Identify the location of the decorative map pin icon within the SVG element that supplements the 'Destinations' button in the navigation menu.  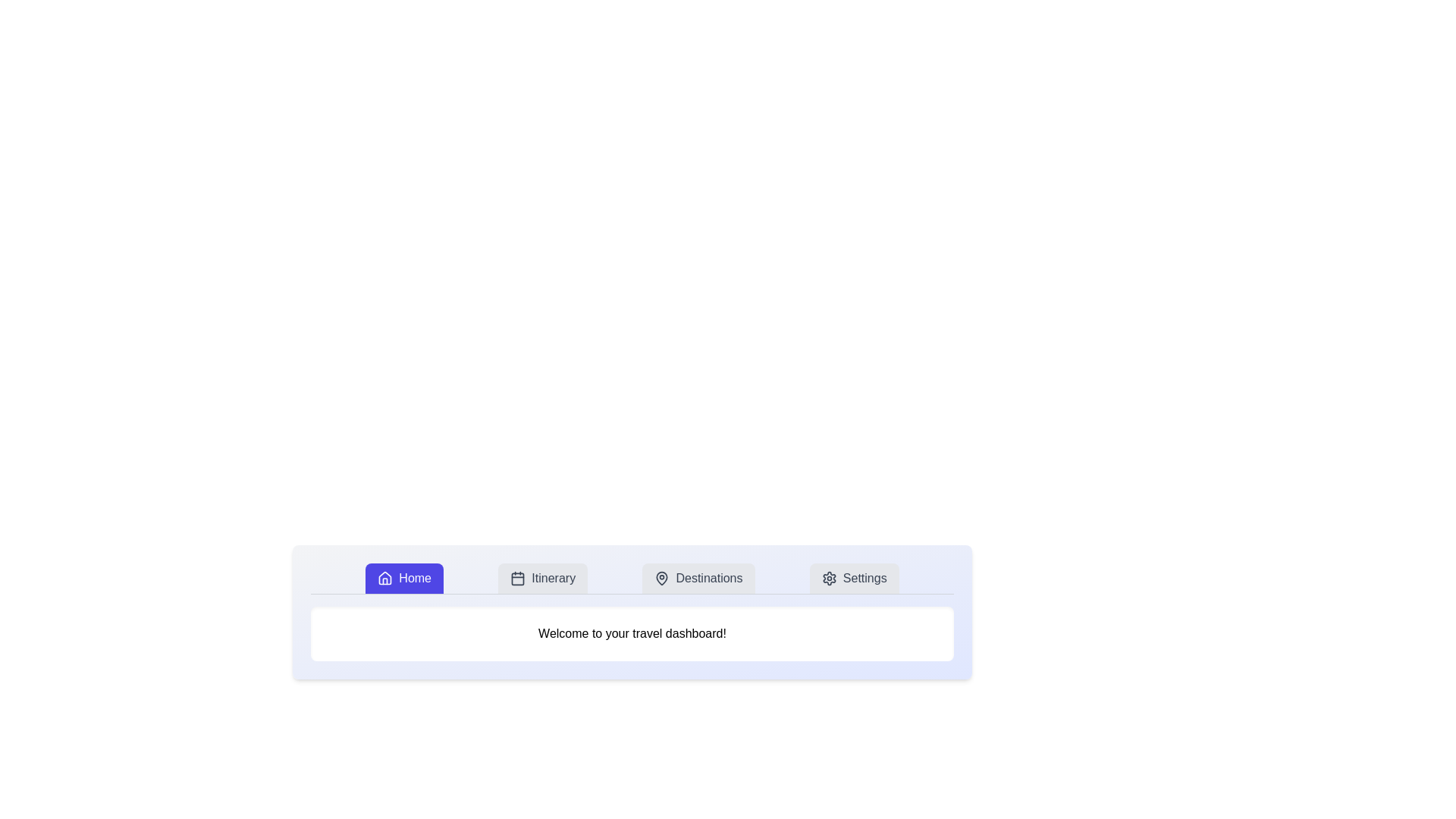
(662, 579).